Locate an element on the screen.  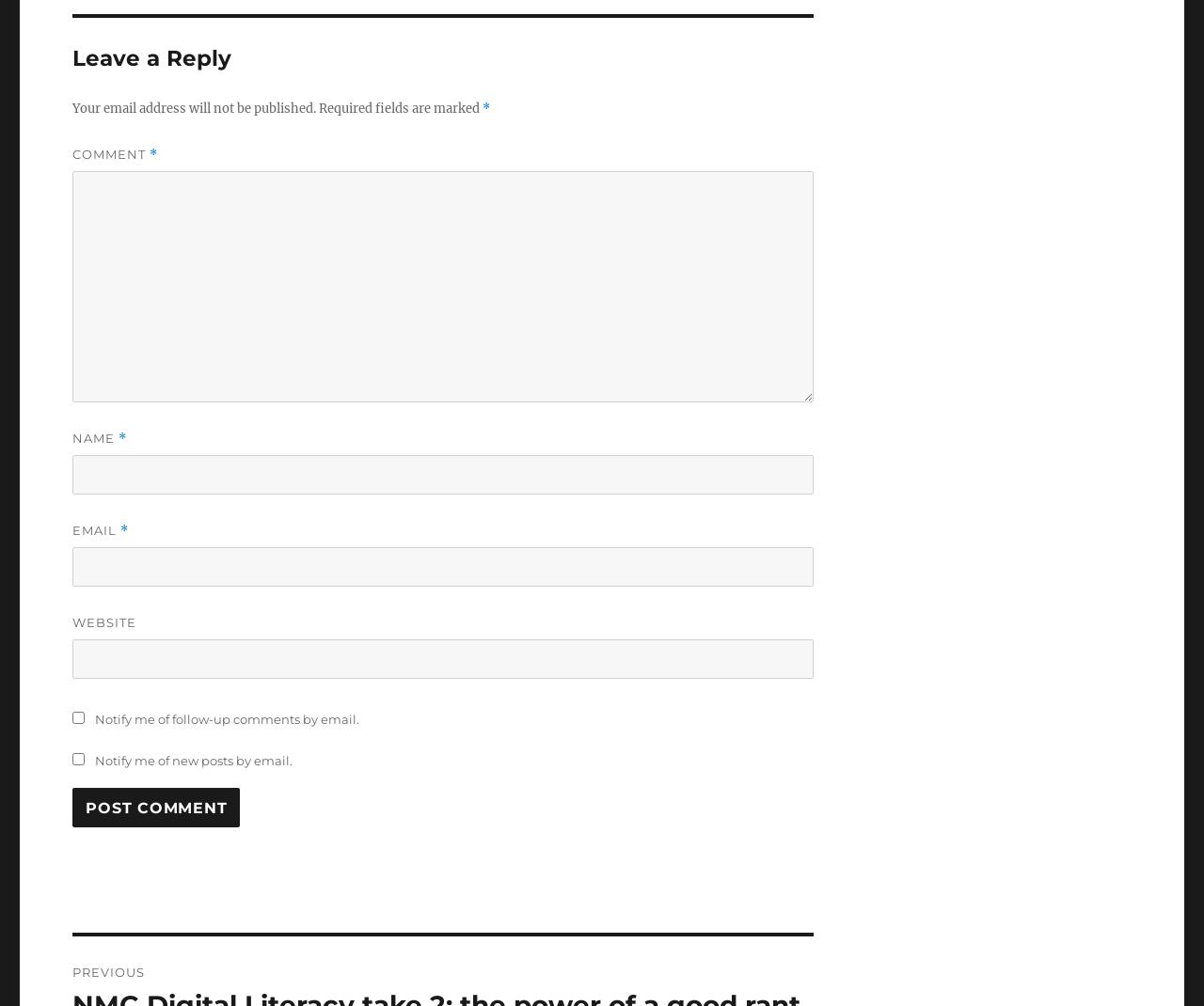
'Notify me of follow-up comments by email.' is located at coordinates (226, 718).